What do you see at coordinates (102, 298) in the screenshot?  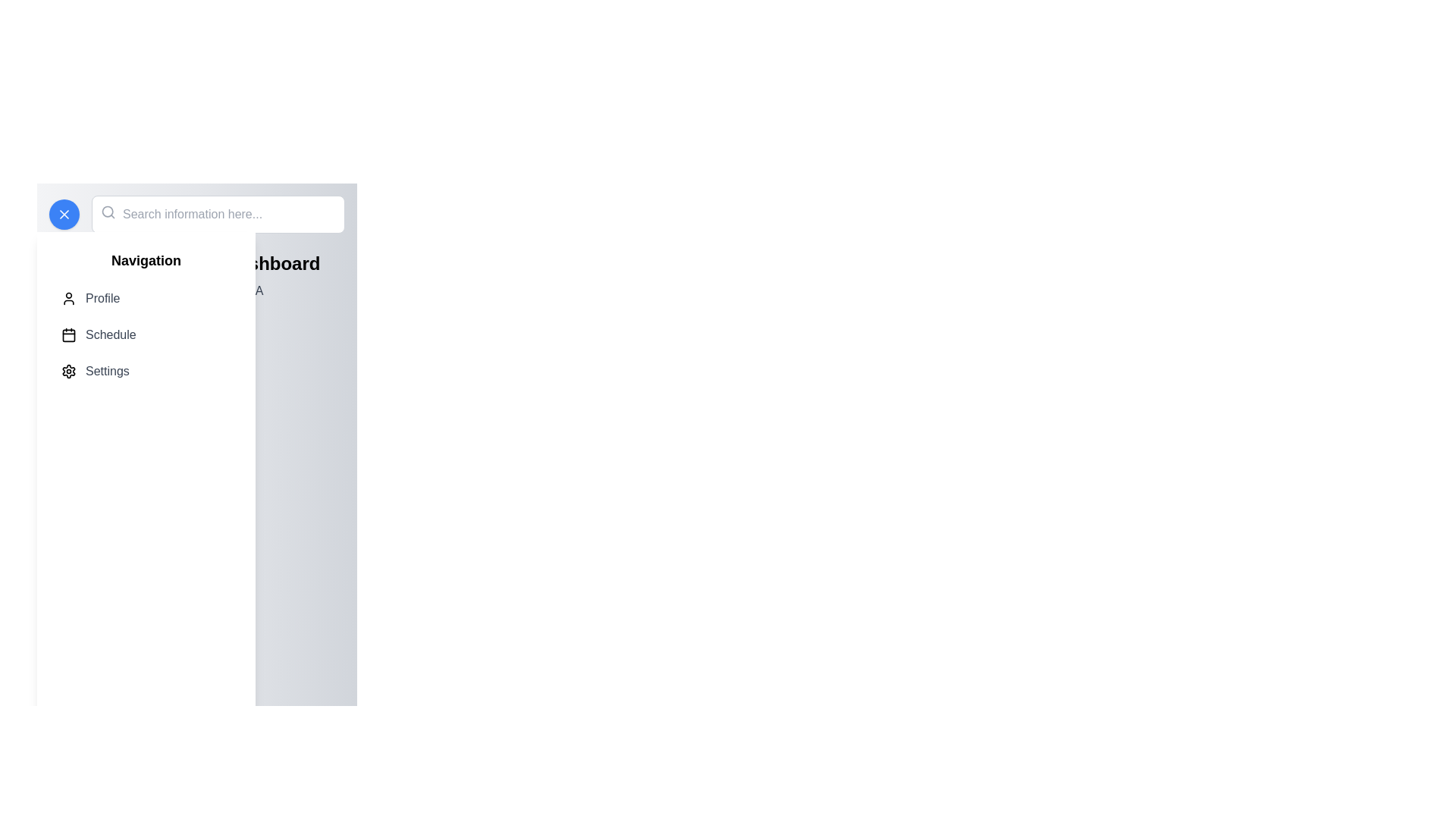 I see `the user profile label located in the sidebar menu under the 'Navigation' header, positioned to the right of the user profile icon` at bounding box center [102, 298].